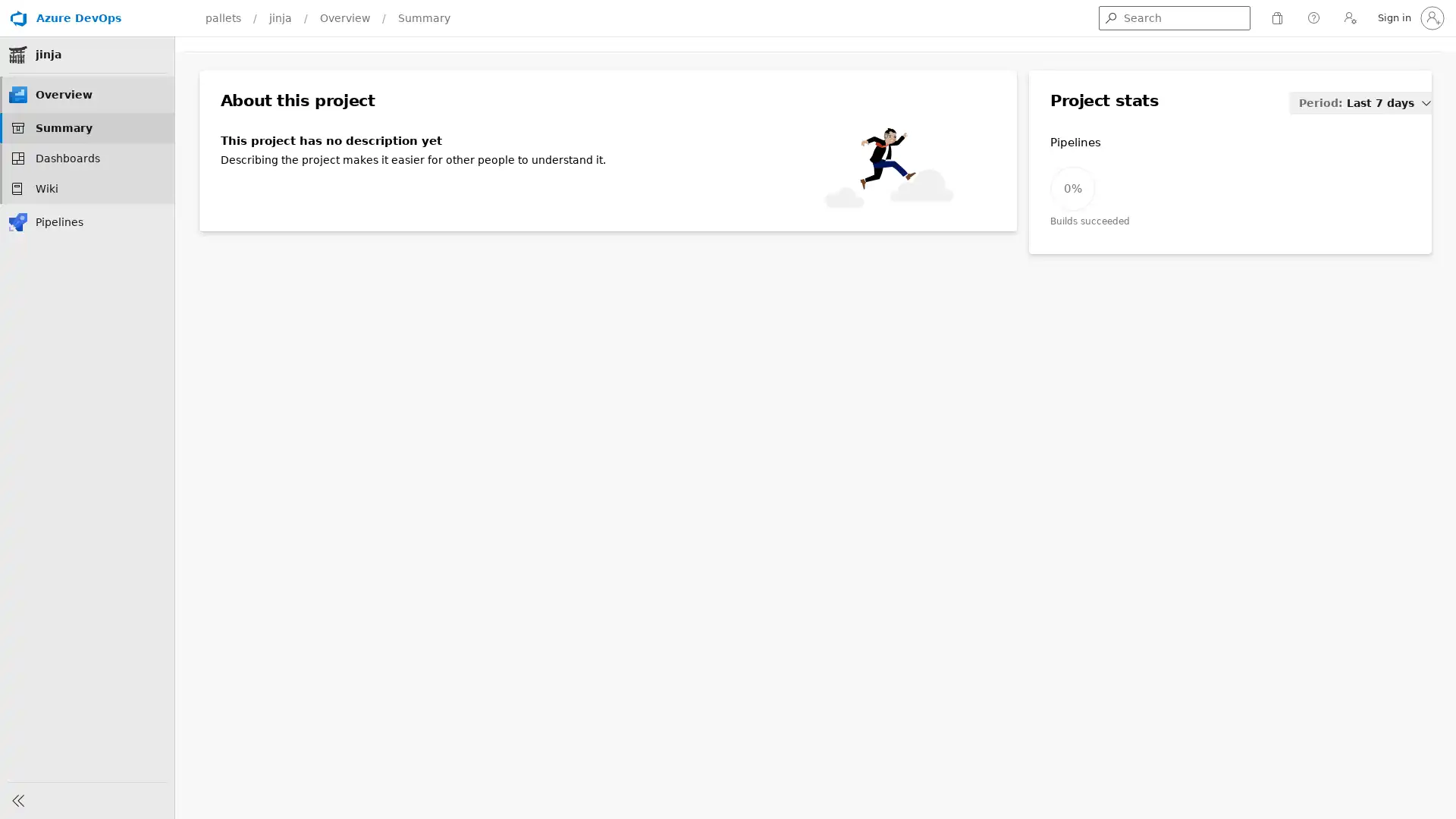 Image resolution: width=1456 pixels, height=819 pixels. Describe the element at coordinates (1110, 17) in the screenshot. I see `Get search results` at that location.